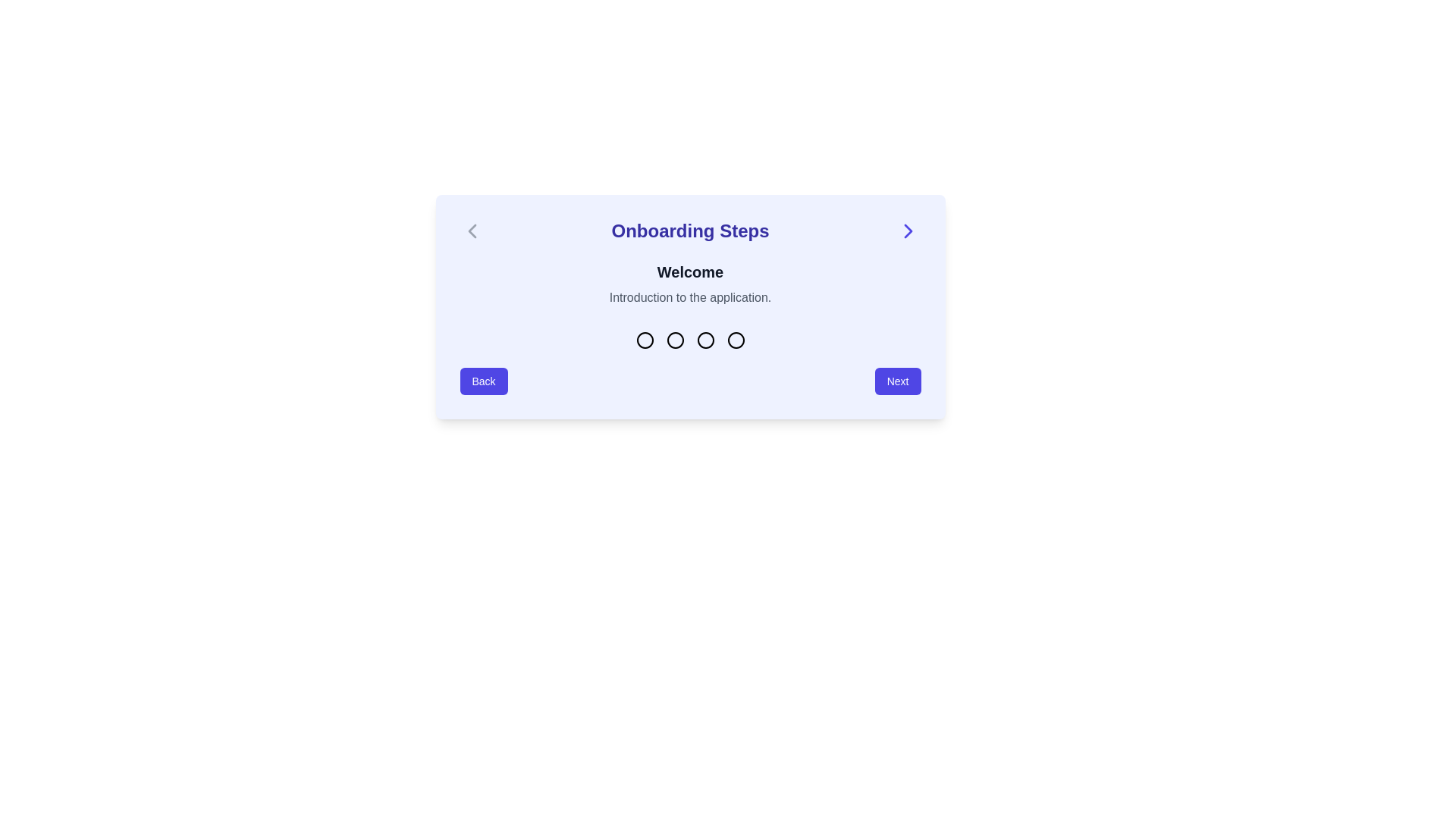  I want to click on the Chevron icon, which serves as a navigation control to move to the previous step in the onboarding process, so click(471, 231).